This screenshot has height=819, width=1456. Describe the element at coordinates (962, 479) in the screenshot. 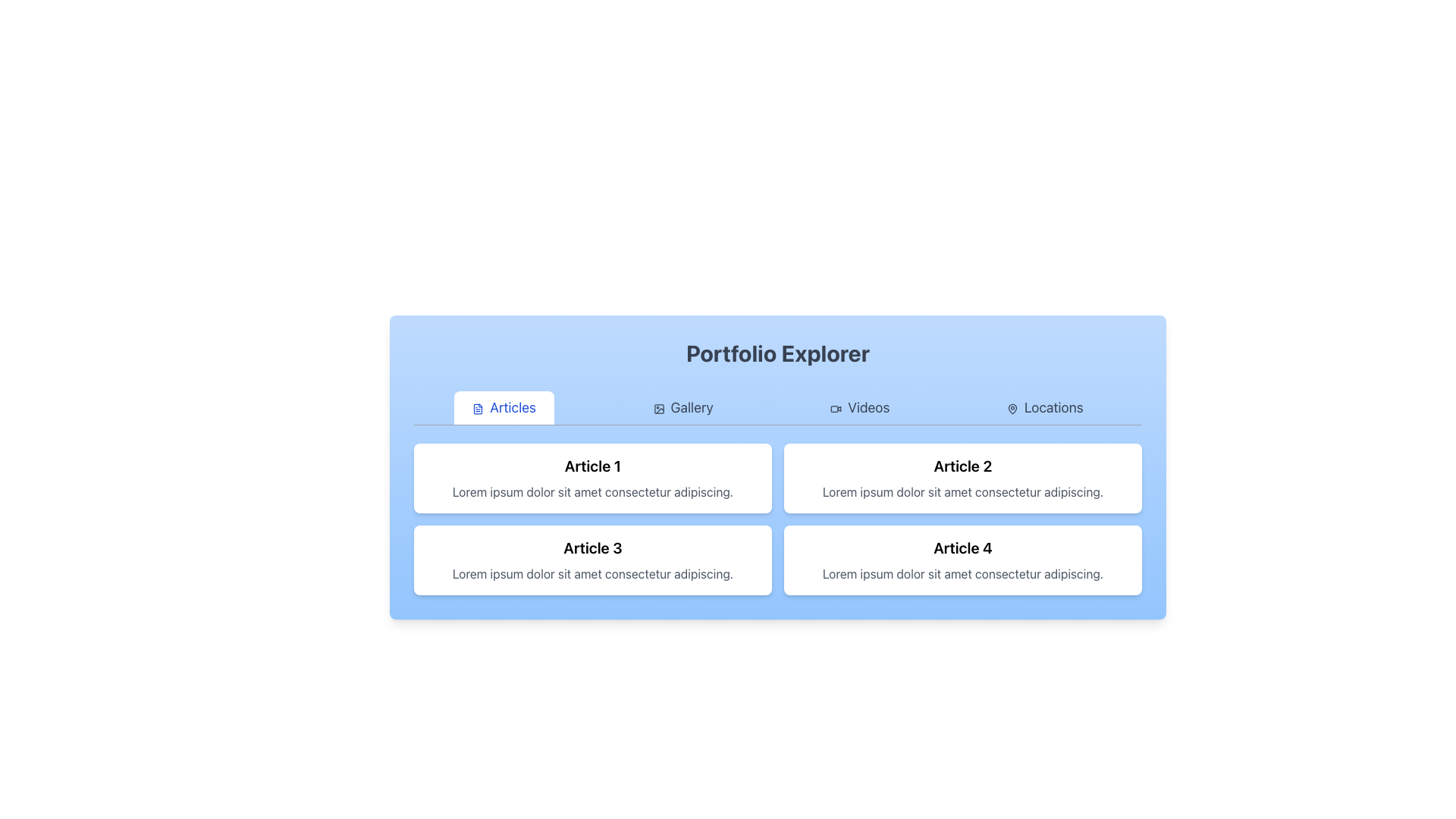

I see `the display card summarizing or linking to 'Article 2', which is located in the second column of the grid layout under 'Portfolio Explorer'` at that location.